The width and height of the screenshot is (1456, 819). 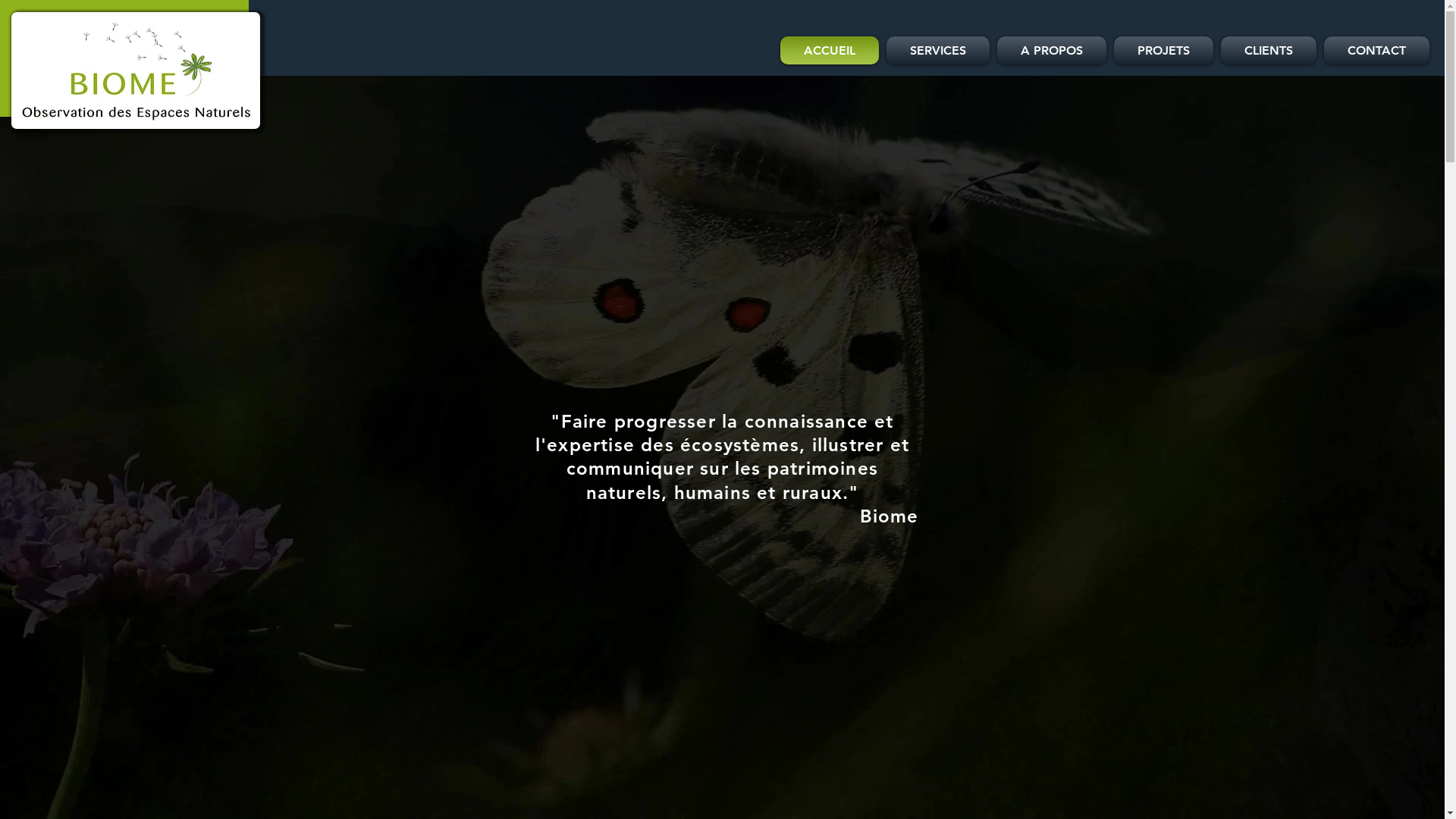 What do you see at coordinates (1051, 49) in the screenshot?
I see `'A PROPOS'` at bounding box center [1051, 49].